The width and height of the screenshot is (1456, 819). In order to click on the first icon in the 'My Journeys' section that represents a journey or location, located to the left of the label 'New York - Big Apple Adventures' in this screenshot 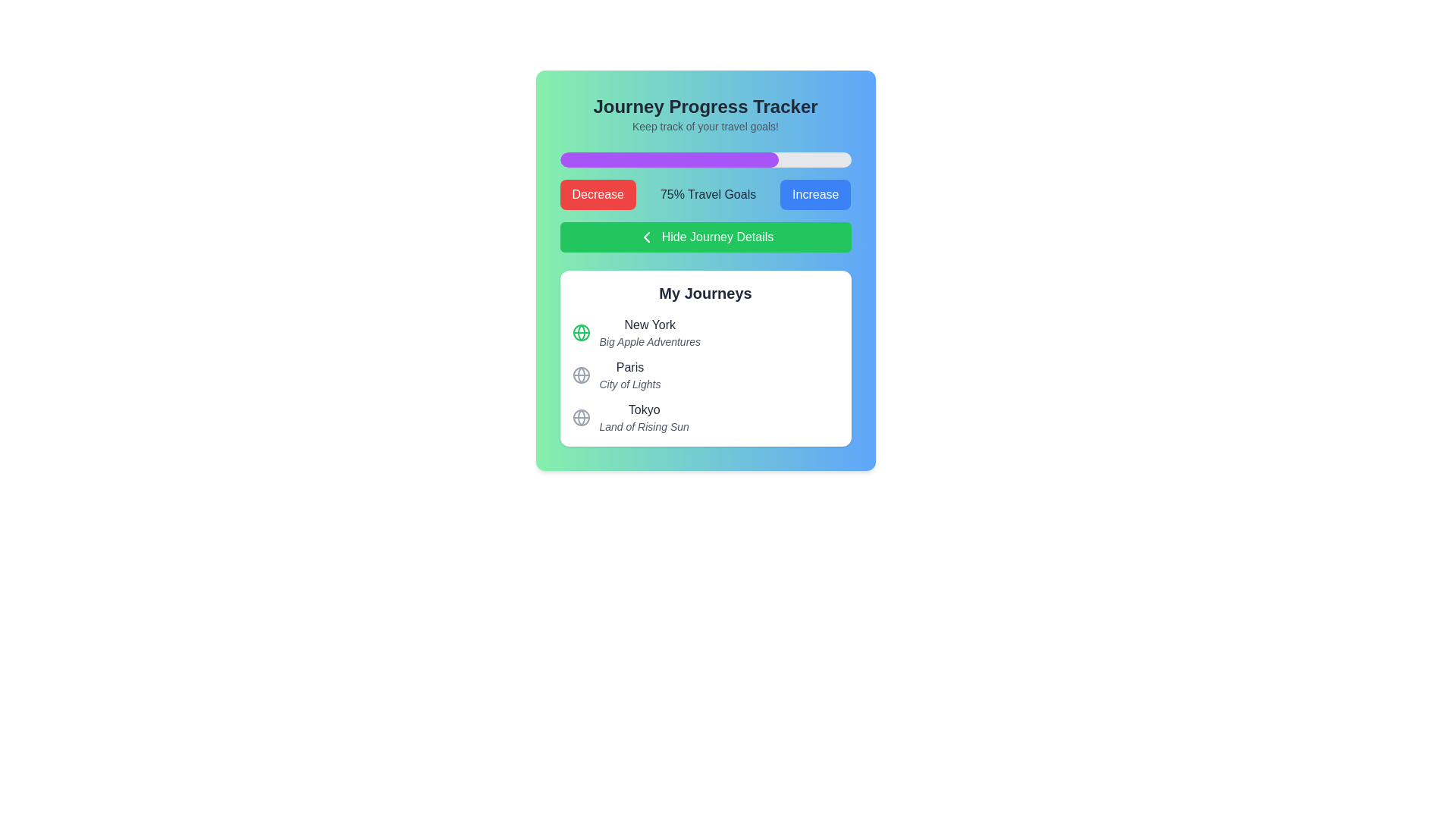, I will do `click(580, 332)`.